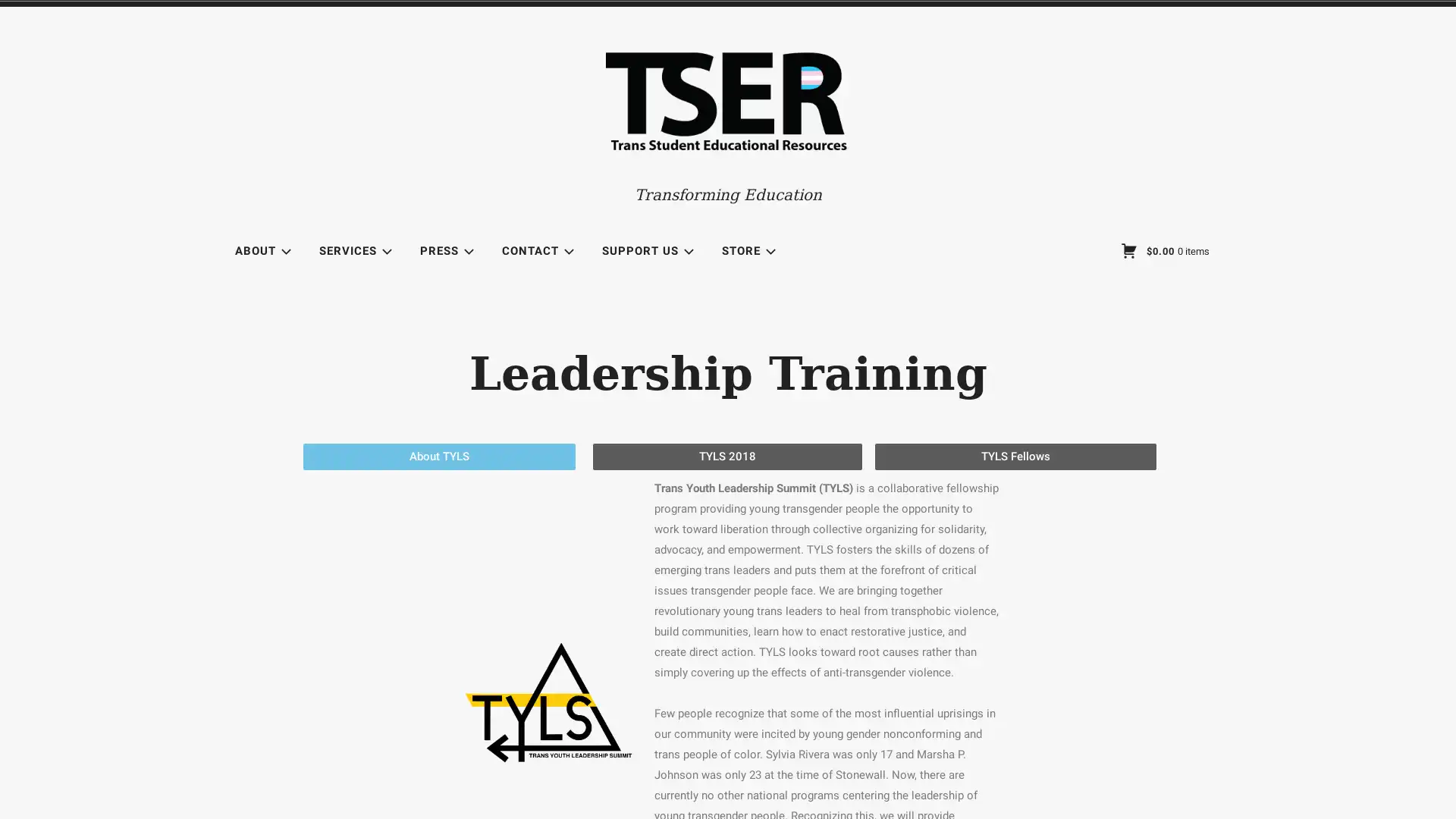 This screenshot has width=1456, height=819. Describe the element at coordinates (1015, 456) in the screenshot. I see `TYLS Fellows` at that location.